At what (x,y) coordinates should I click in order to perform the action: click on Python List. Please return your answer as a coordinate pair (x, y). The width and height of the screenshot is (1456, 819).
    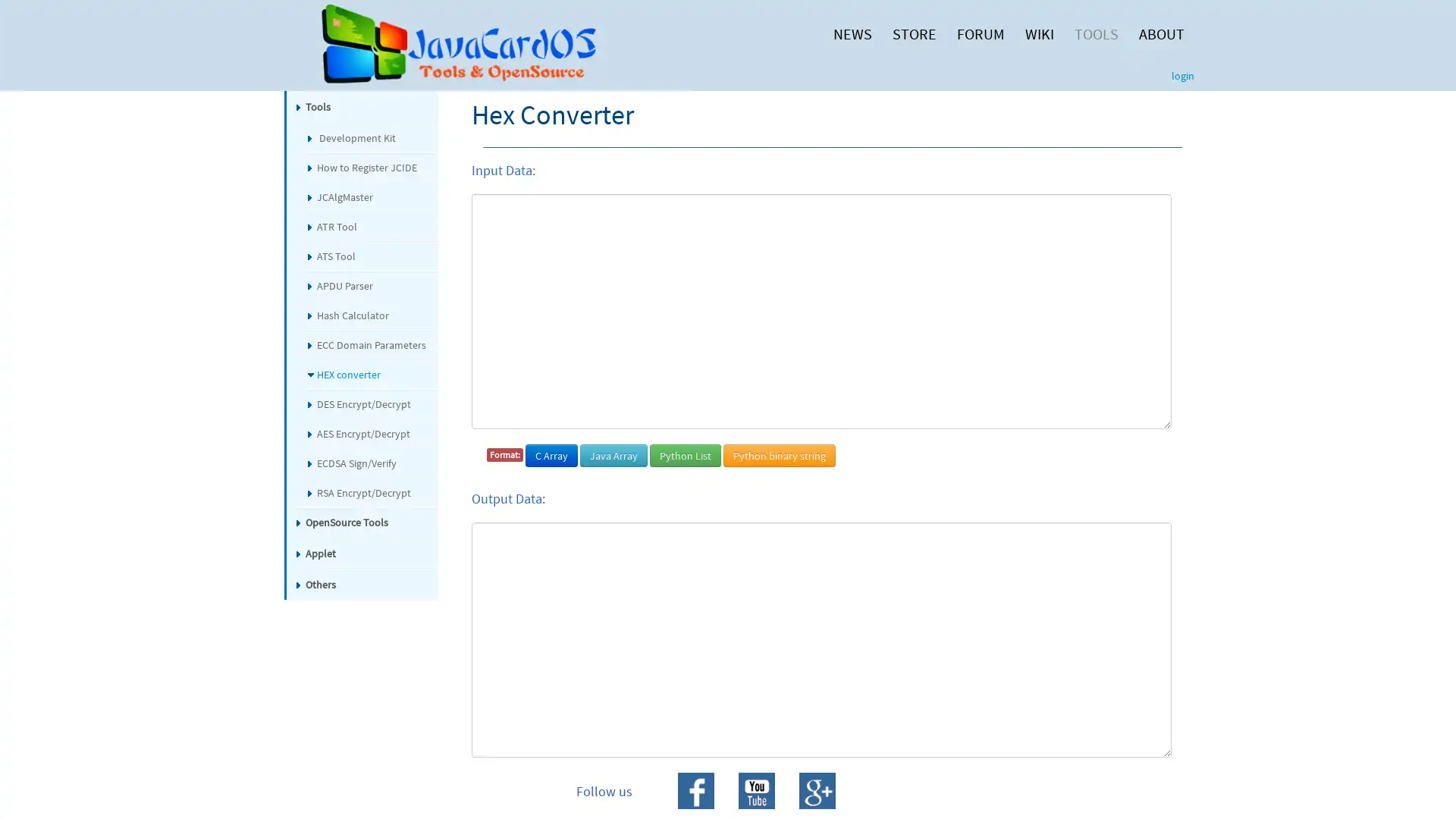
    Looking at the image, I should click on (683, 454).